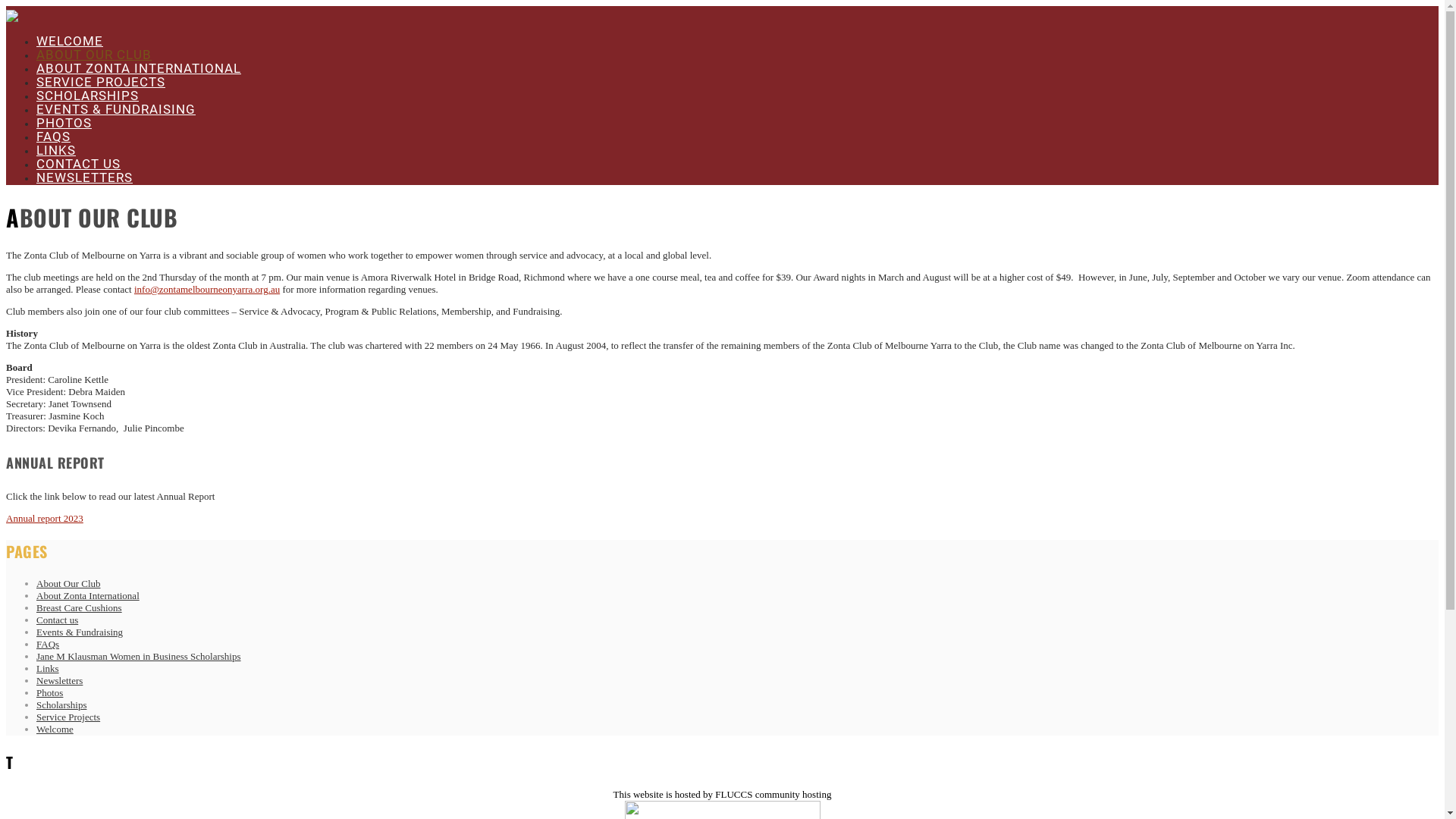  What do you see at coordinates (36, 667) in the screenshot?
I see `'Links'` at bounding box center [36, 667].